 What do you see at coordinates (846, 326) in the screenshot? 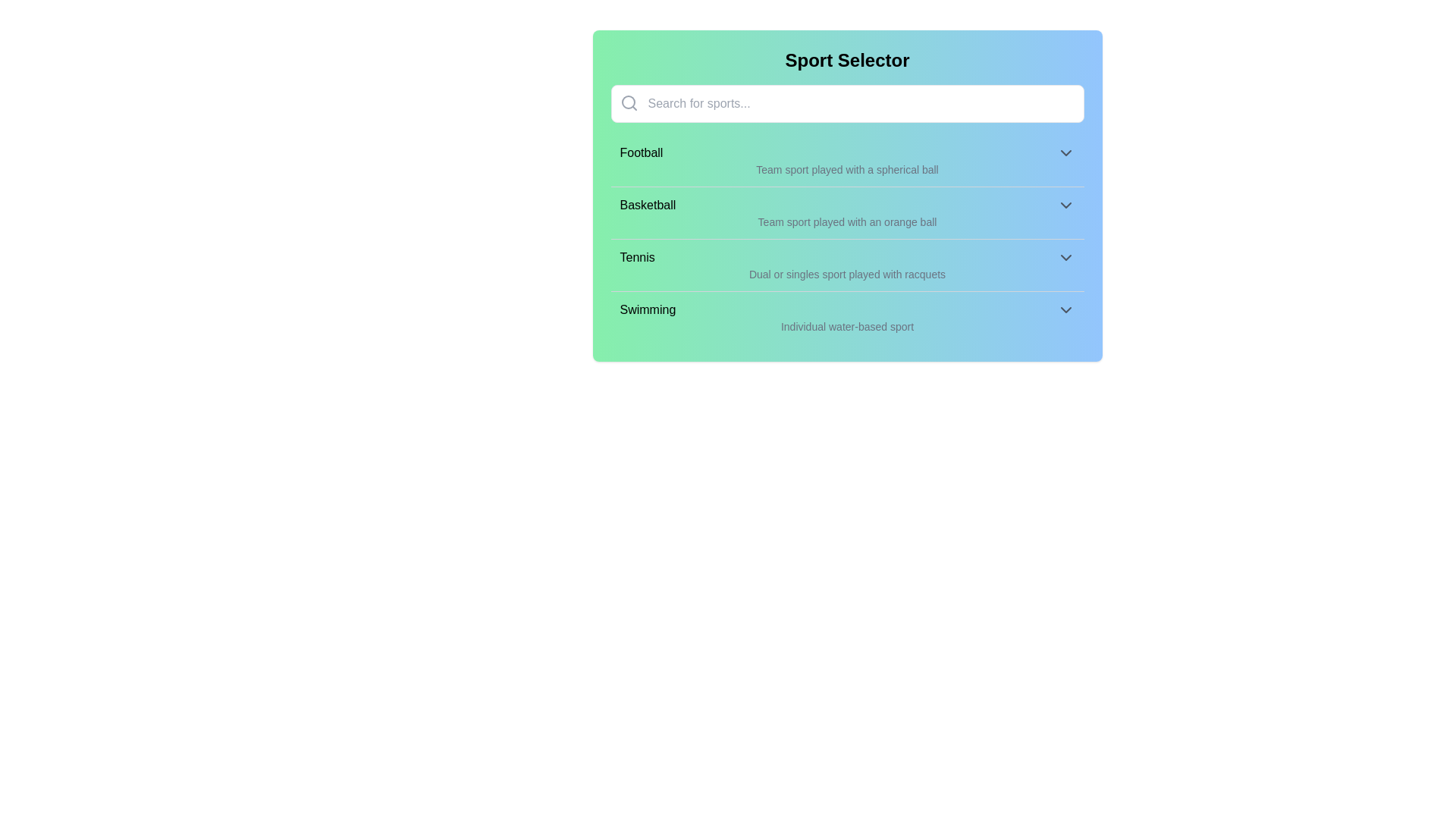
I see `the text label displaying 'Individual water-based sport' in the sport selector dropdown, located below the 'Swimming' label` at bounding box center [846, 326].